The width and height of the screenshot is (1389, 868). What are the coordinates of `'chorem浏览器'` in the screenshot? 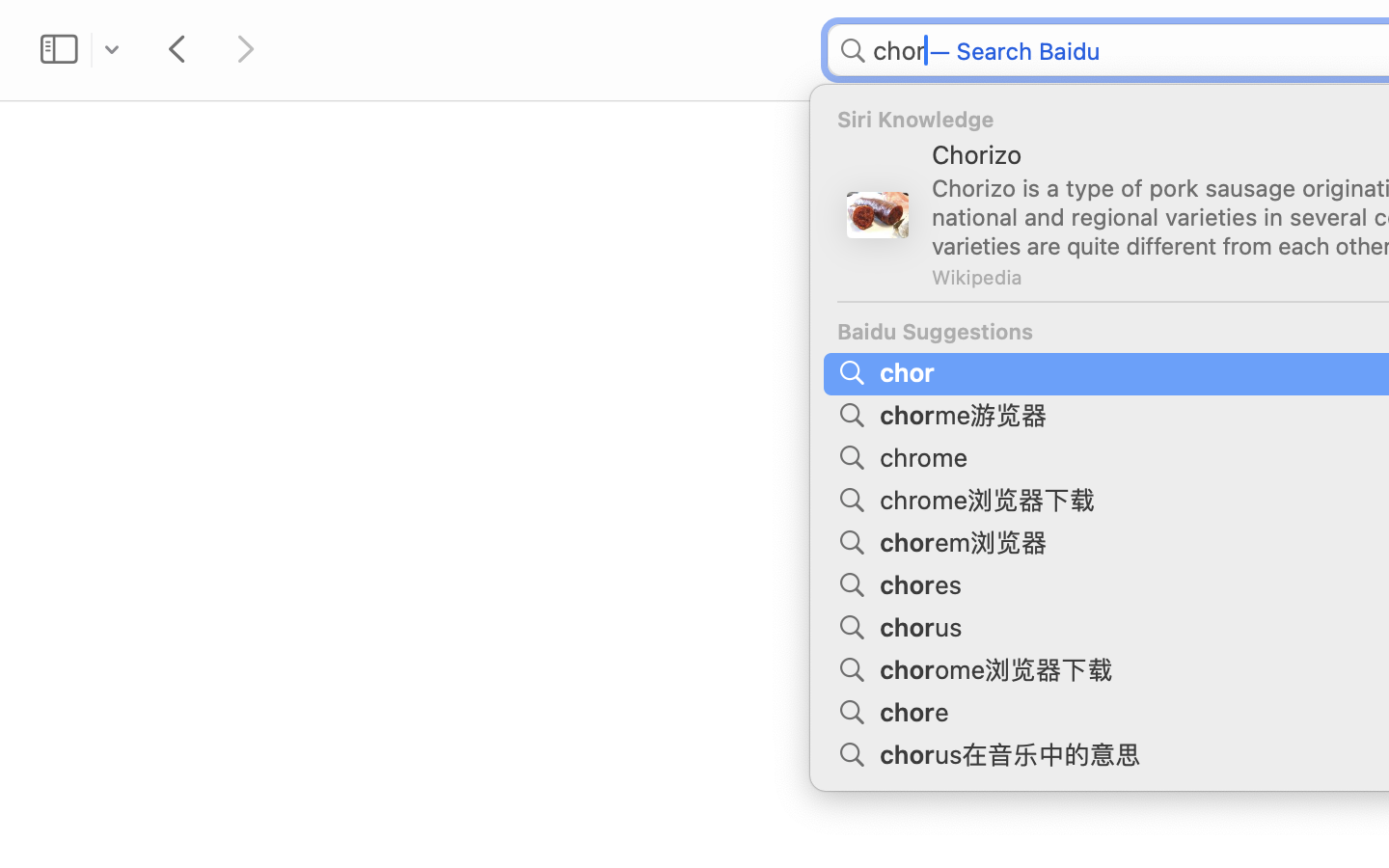 It's located at (965, 538).